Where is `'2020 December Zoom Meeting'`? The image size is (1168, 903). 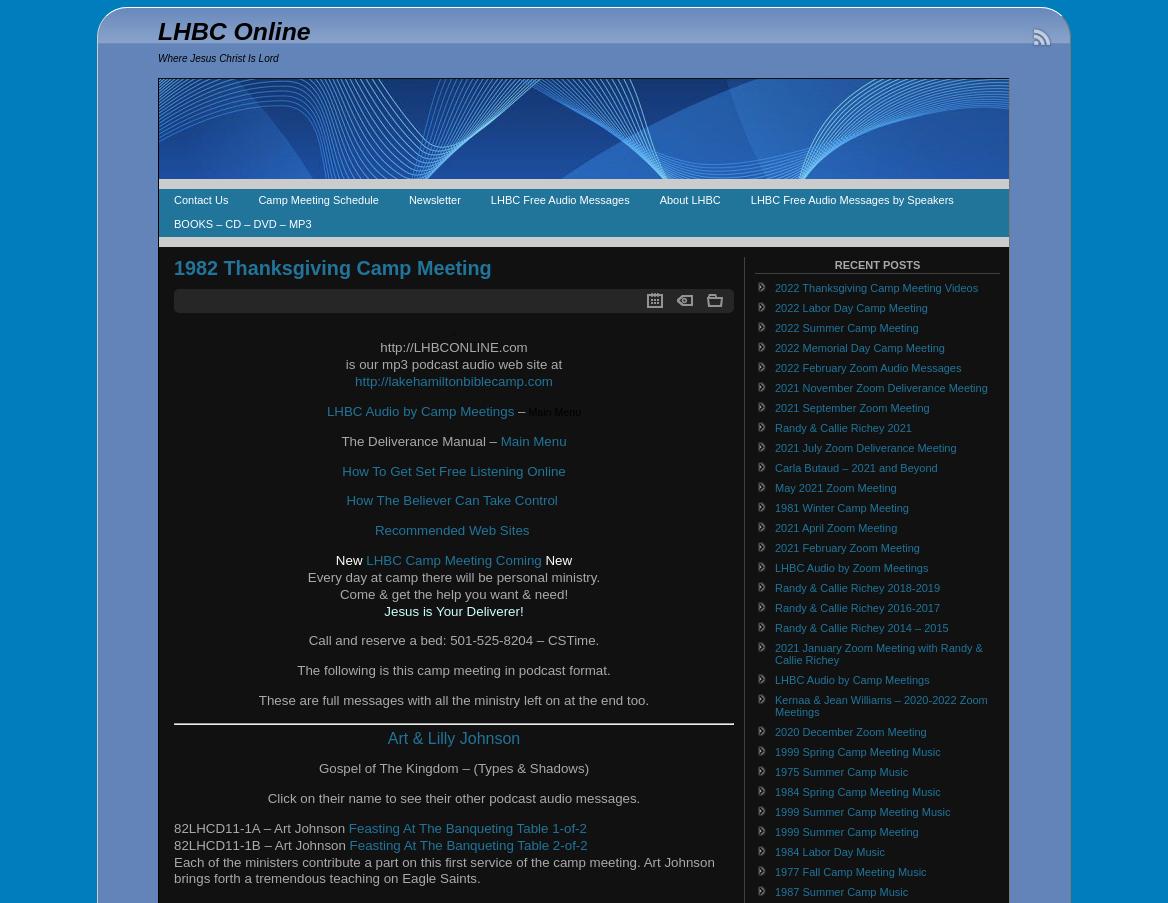 '2020 December Zoom Meeting' is located at coordinates (849, 730).